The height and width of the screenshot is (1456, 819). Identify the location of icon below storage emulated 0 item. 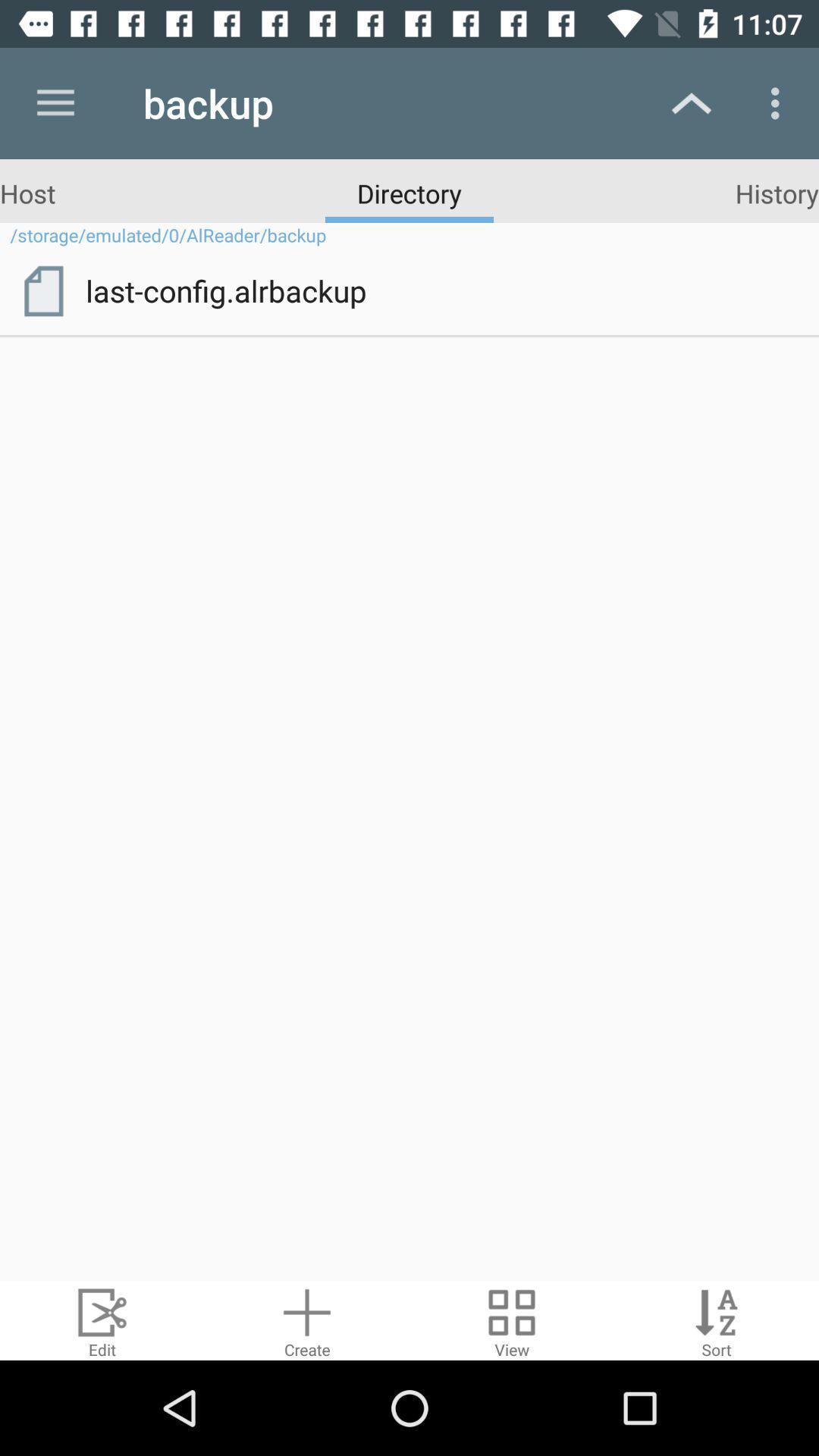
(42, 291).